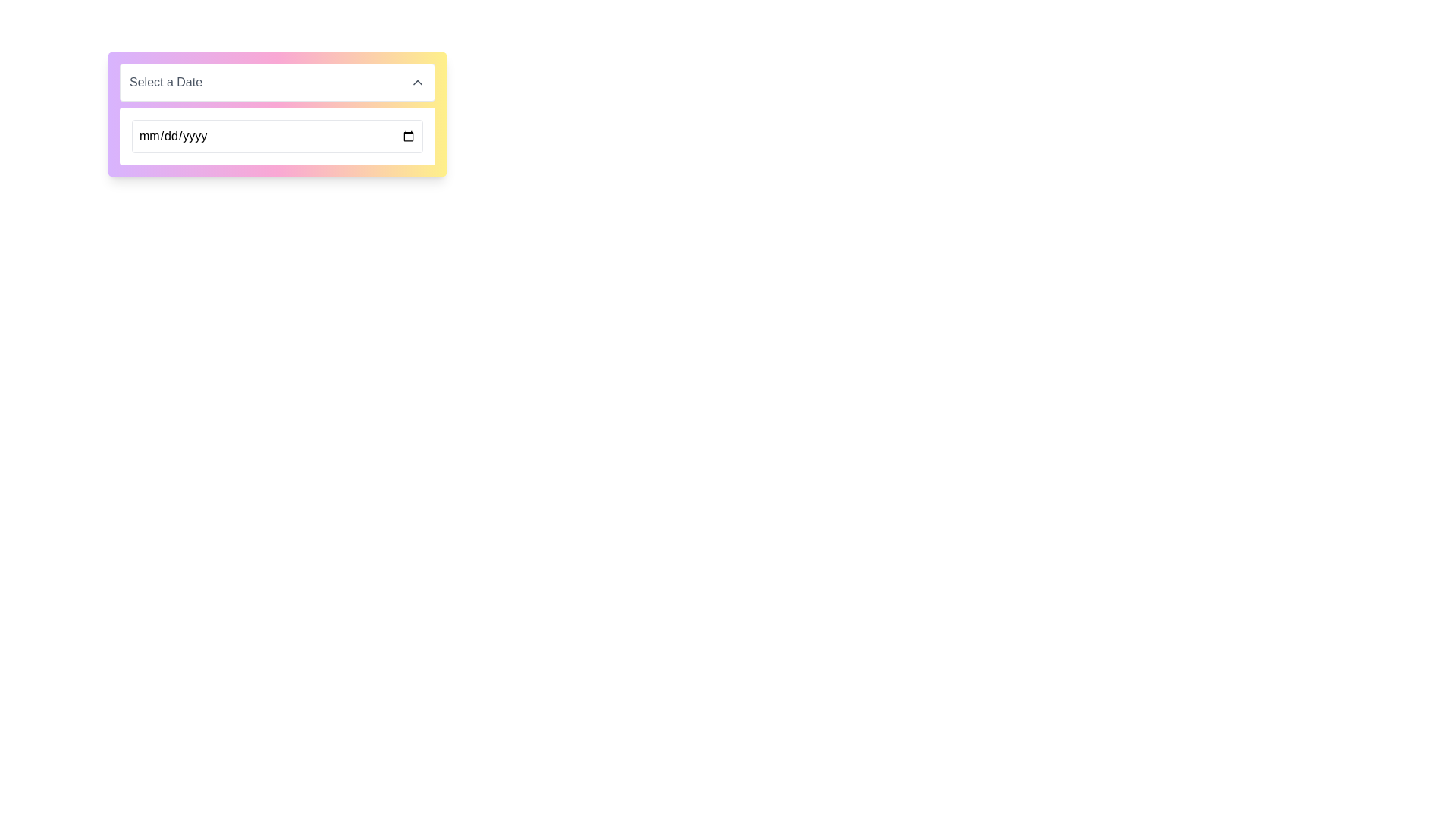  I want to click on the upwards-pointing chevron icon located to the right of the 'Select a Date' text, so click(418, 82).